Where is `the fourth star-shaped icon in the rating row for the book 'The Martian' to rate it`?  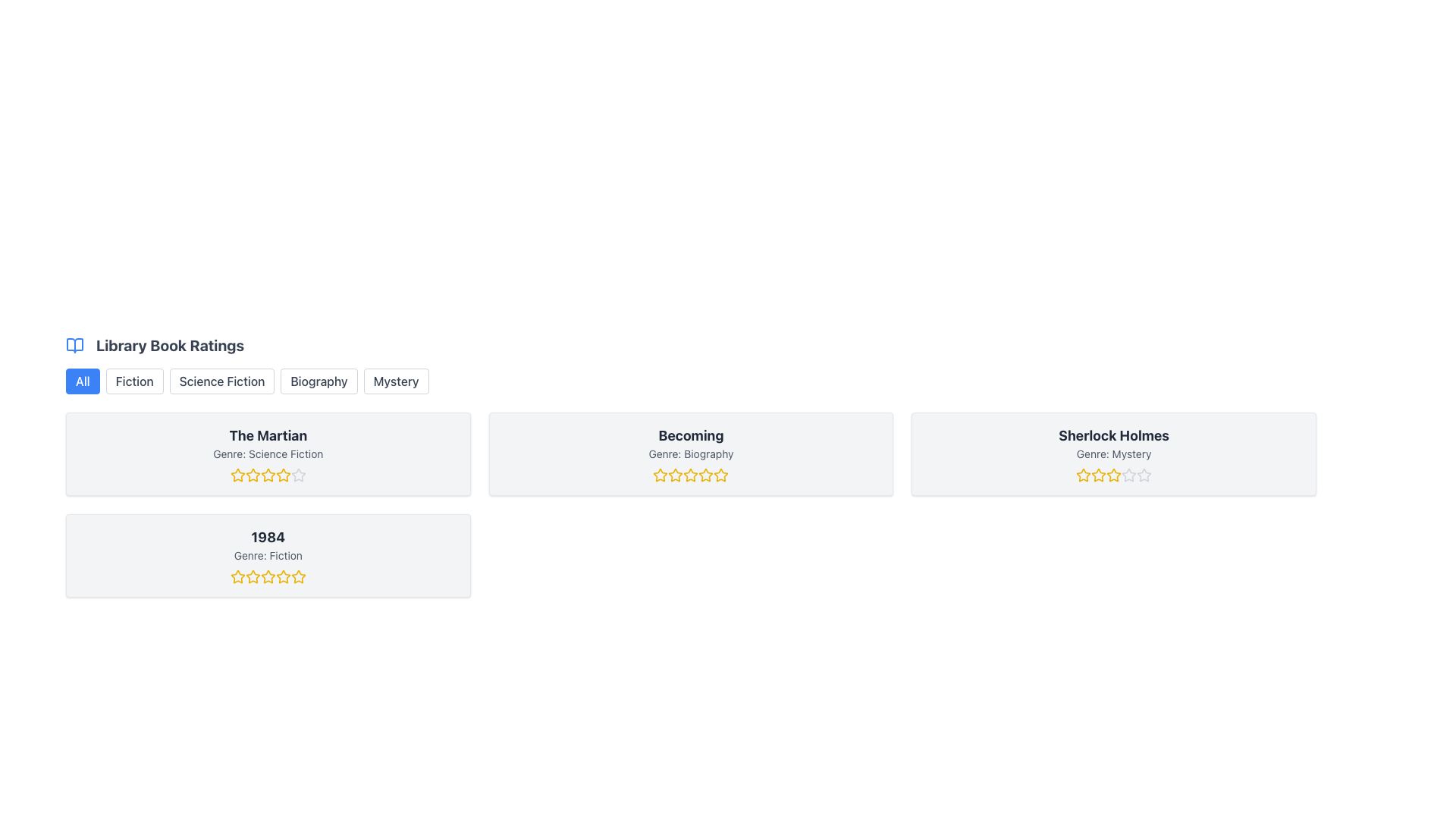
the fourth star-shaped icon in the rating row for the book 'The Martian' to rate it is located at coordinates (283, 475).